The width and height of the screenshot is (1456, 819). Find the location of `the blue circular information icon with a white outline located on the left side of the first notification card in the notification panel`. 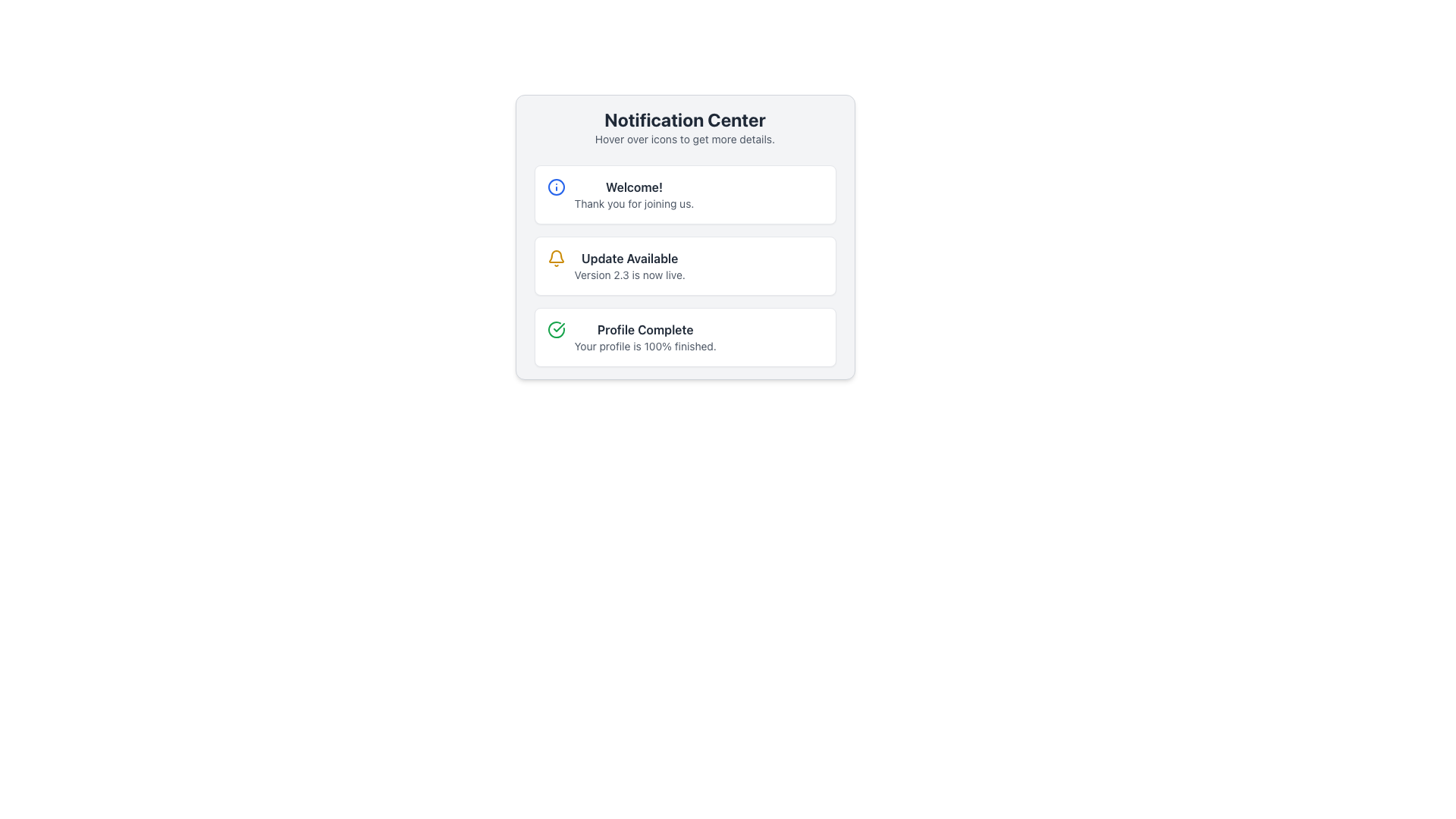

the blue circular information icon with a white outline located on the left side of the first notification card in the notification panel is located at coordinates (555, 186).